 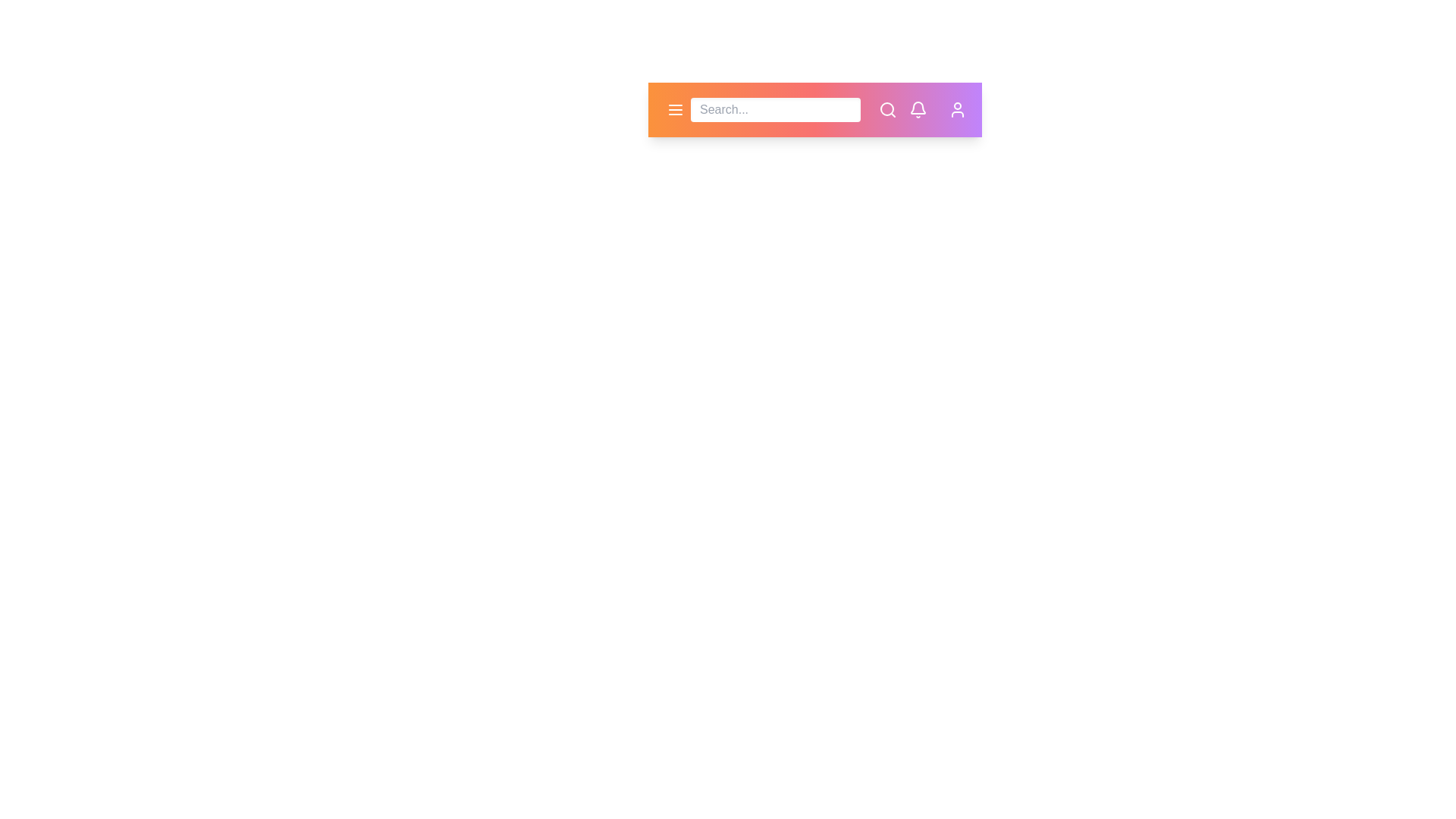 I want to click on the user profile icon, so click(x=956, y=109).